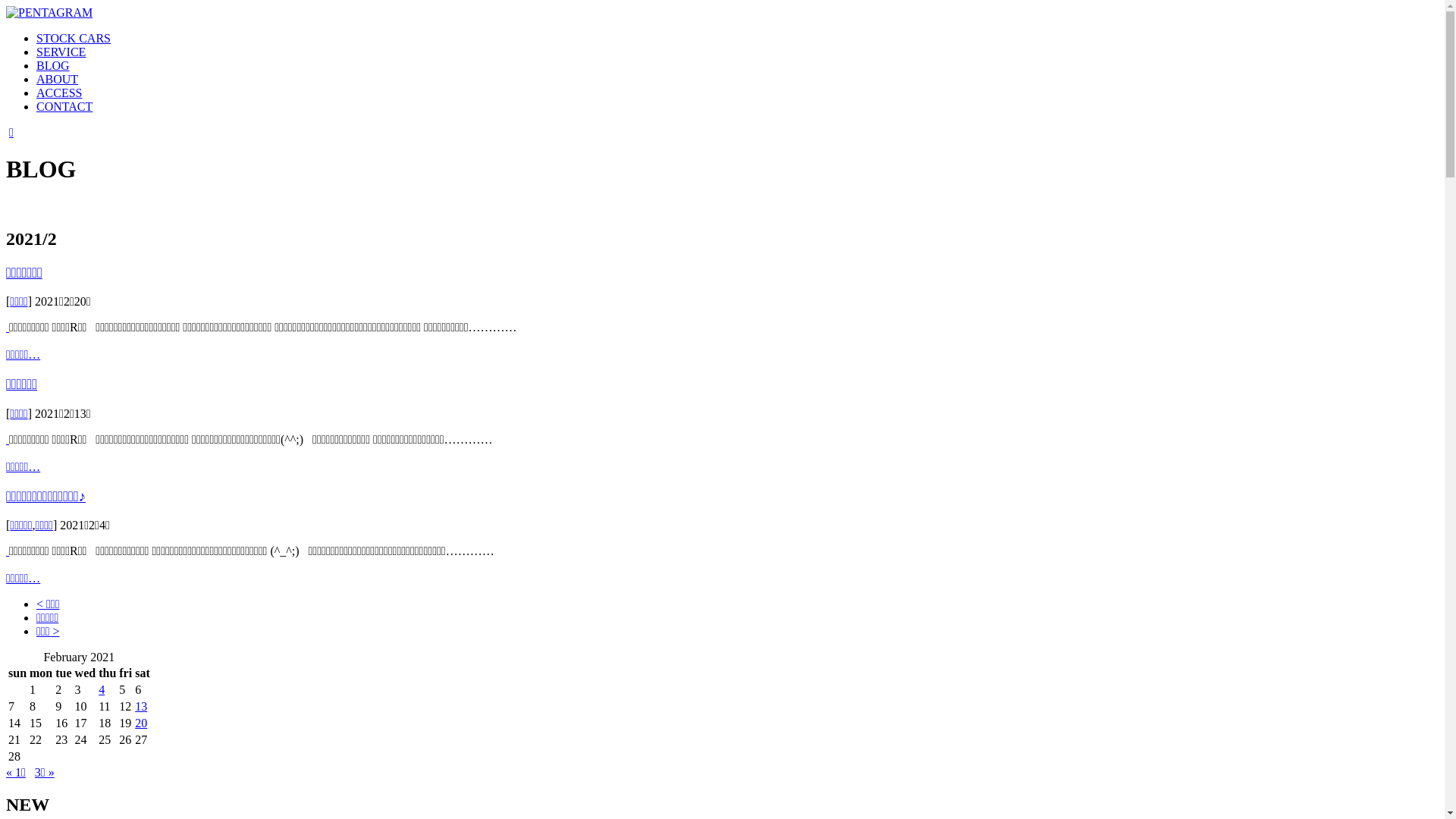 The height and width of the screenshot is (819, 1456). Describe the element at coordinates (53, 64) in the screenshot. I see `'BLOG'` at that location.